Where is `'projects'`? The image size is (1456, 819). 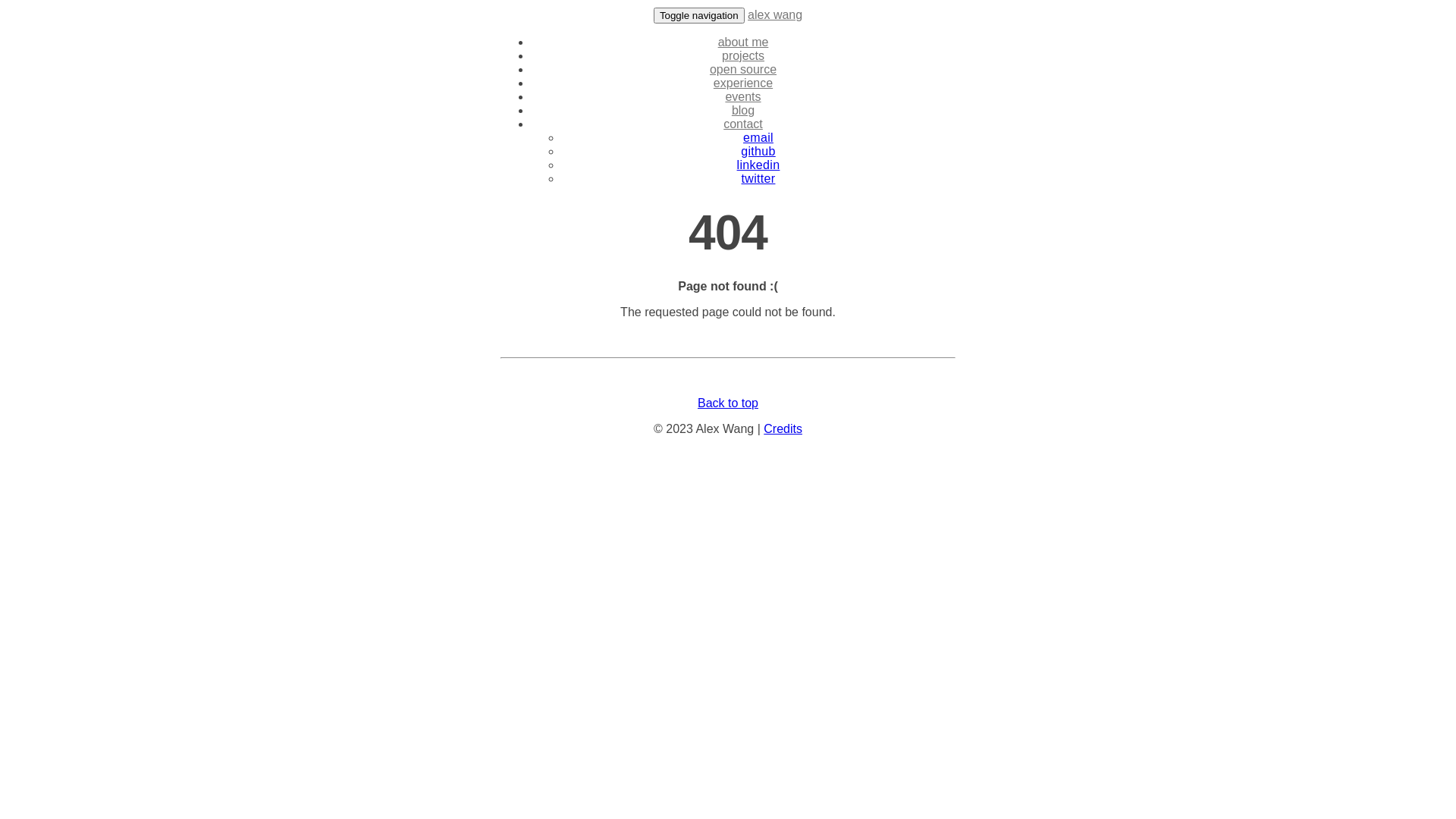 'projects' is located at coordinates (742, 55).